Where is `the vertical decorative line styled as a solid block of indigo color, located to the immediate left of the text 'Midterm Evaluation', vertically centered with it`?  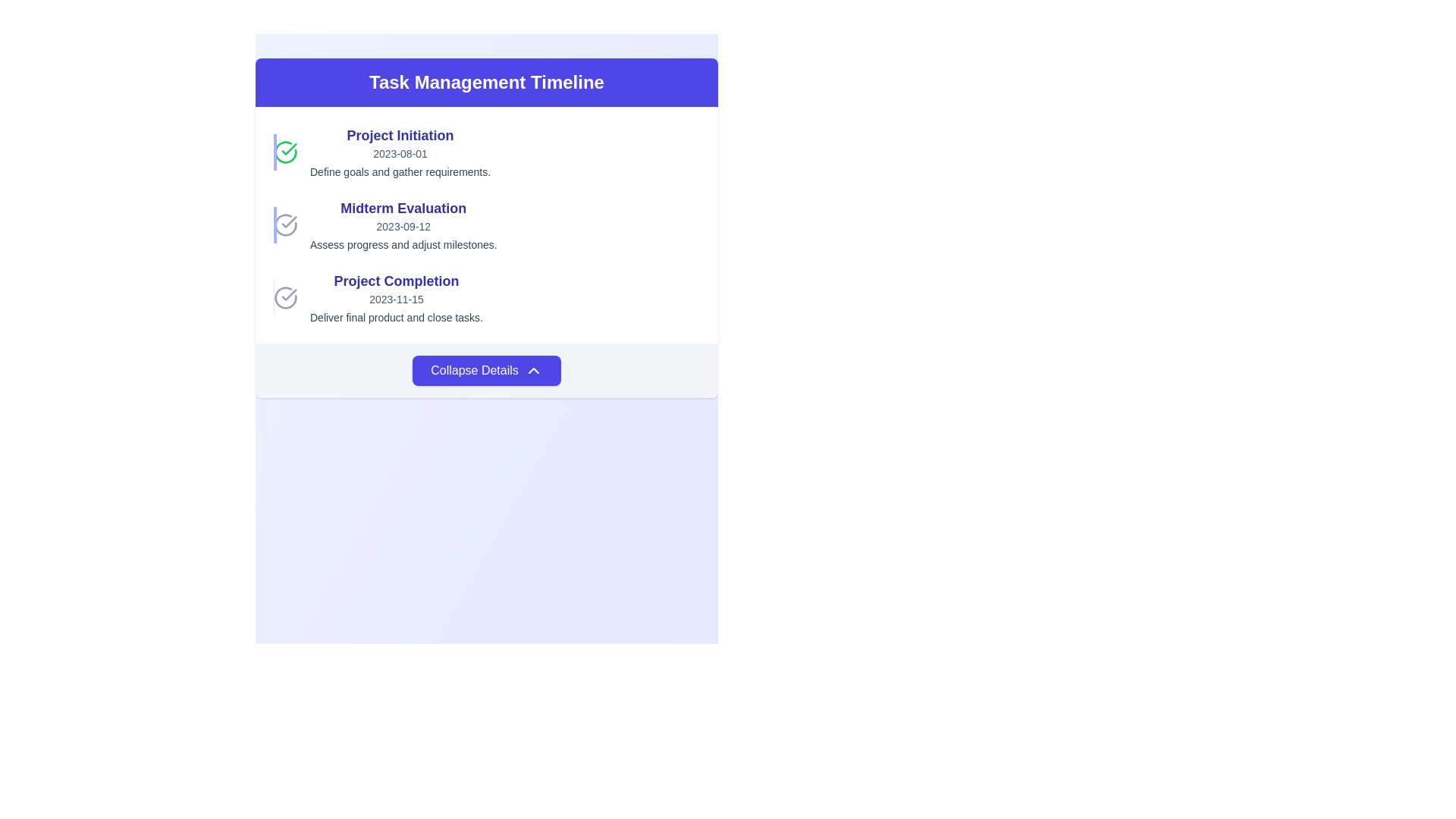
the vertical decorative line styled as a solid block of indigo color, located to the immediate left of the text 'Midterm Evaluation', vertically centered with it is located at coordinates (275, 225).